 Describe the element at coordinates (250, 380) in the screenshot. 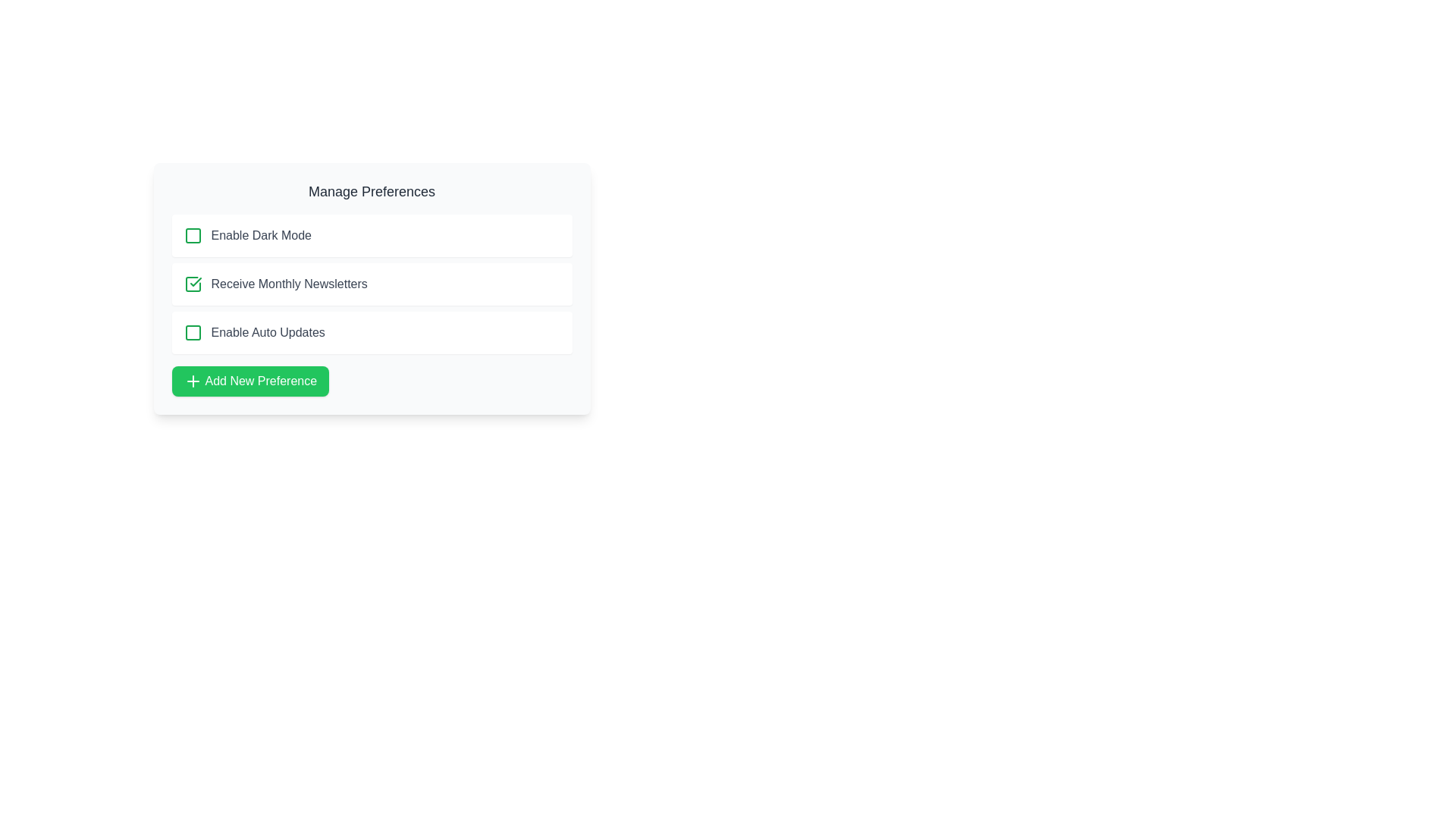

I see `the button that allows users` at that location.